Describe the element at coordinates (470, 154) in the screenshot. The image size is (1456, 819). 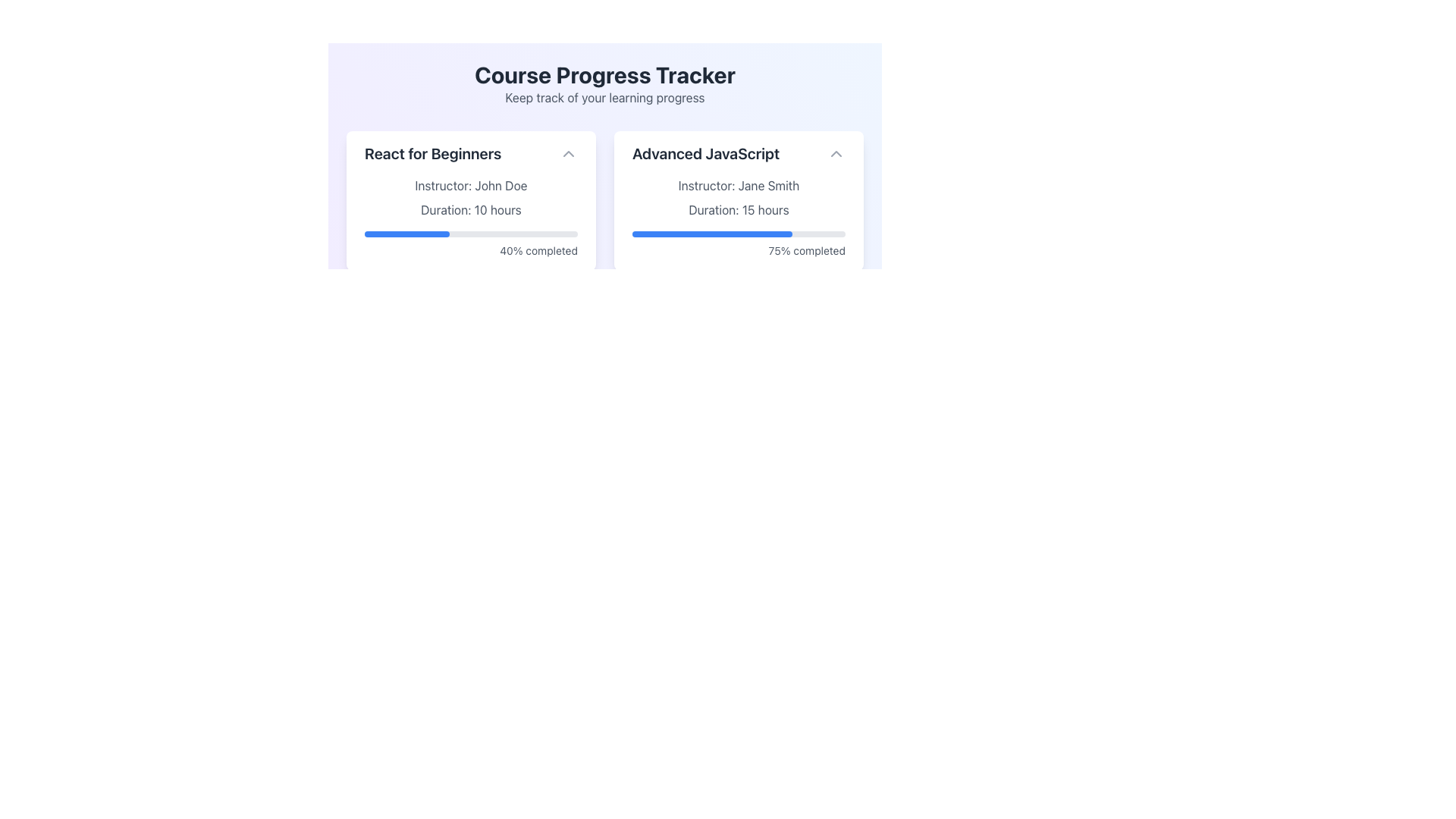
I see `the text header 'React` at that location.